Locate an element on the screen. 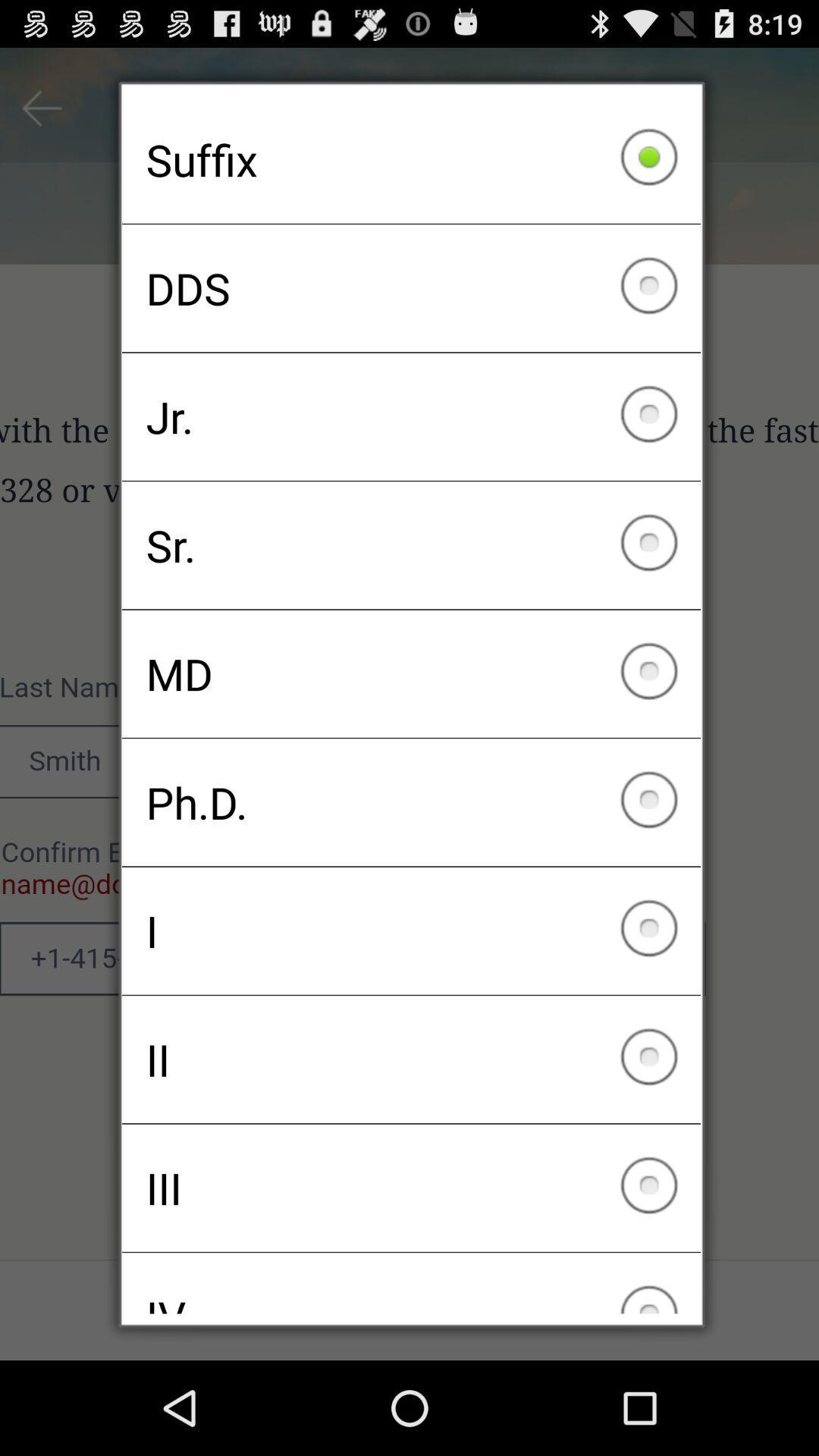 This screenshot has height=1456, width=819. ph.d. icon is located at coordinates (411, 802).